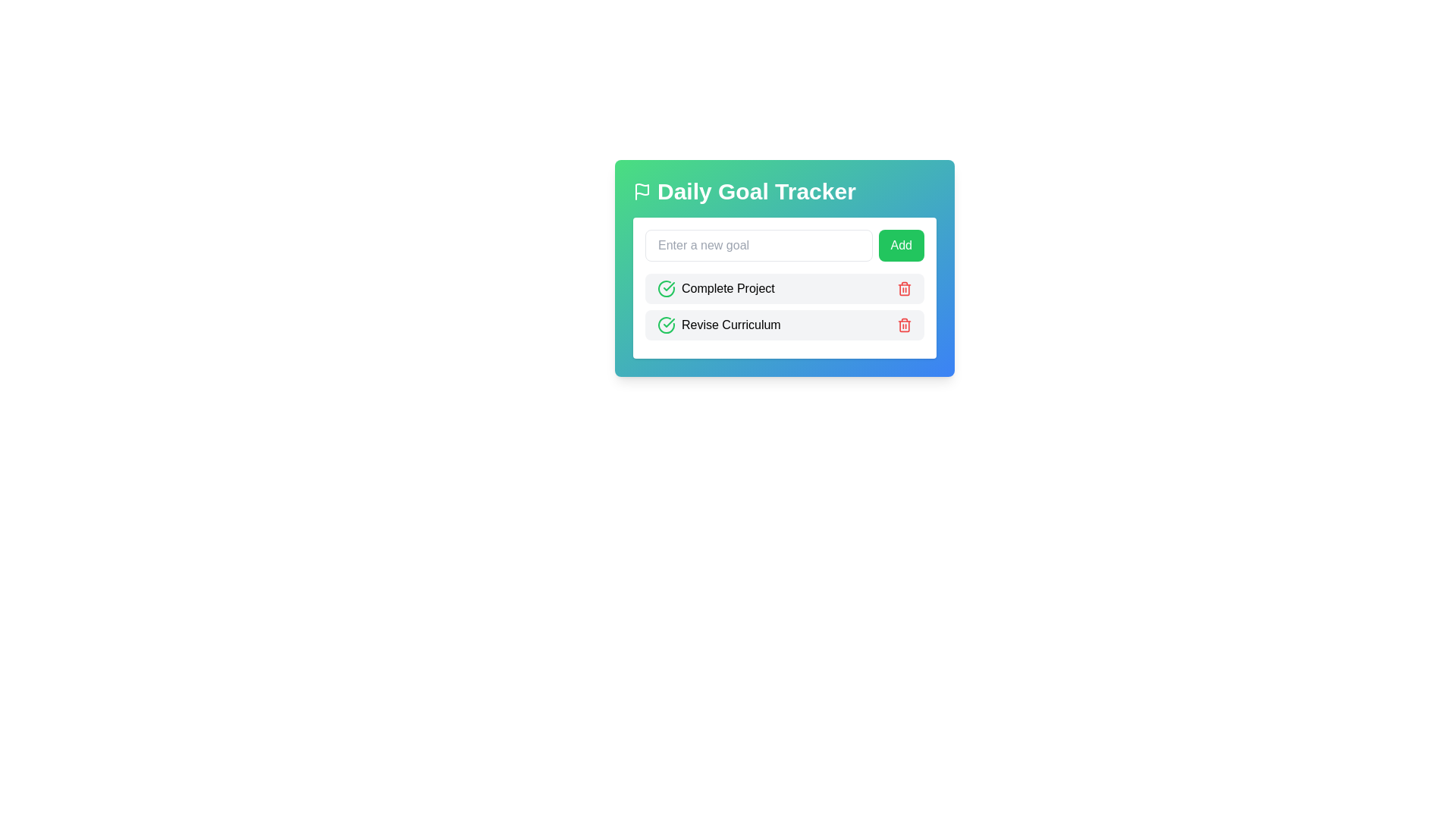  Describe the element at coordinates (715, 289) in the screenshot. I see `the green check icon of the 'Complete Project' task item in the Daily Goal Tracker to modify its completion status` at that location.